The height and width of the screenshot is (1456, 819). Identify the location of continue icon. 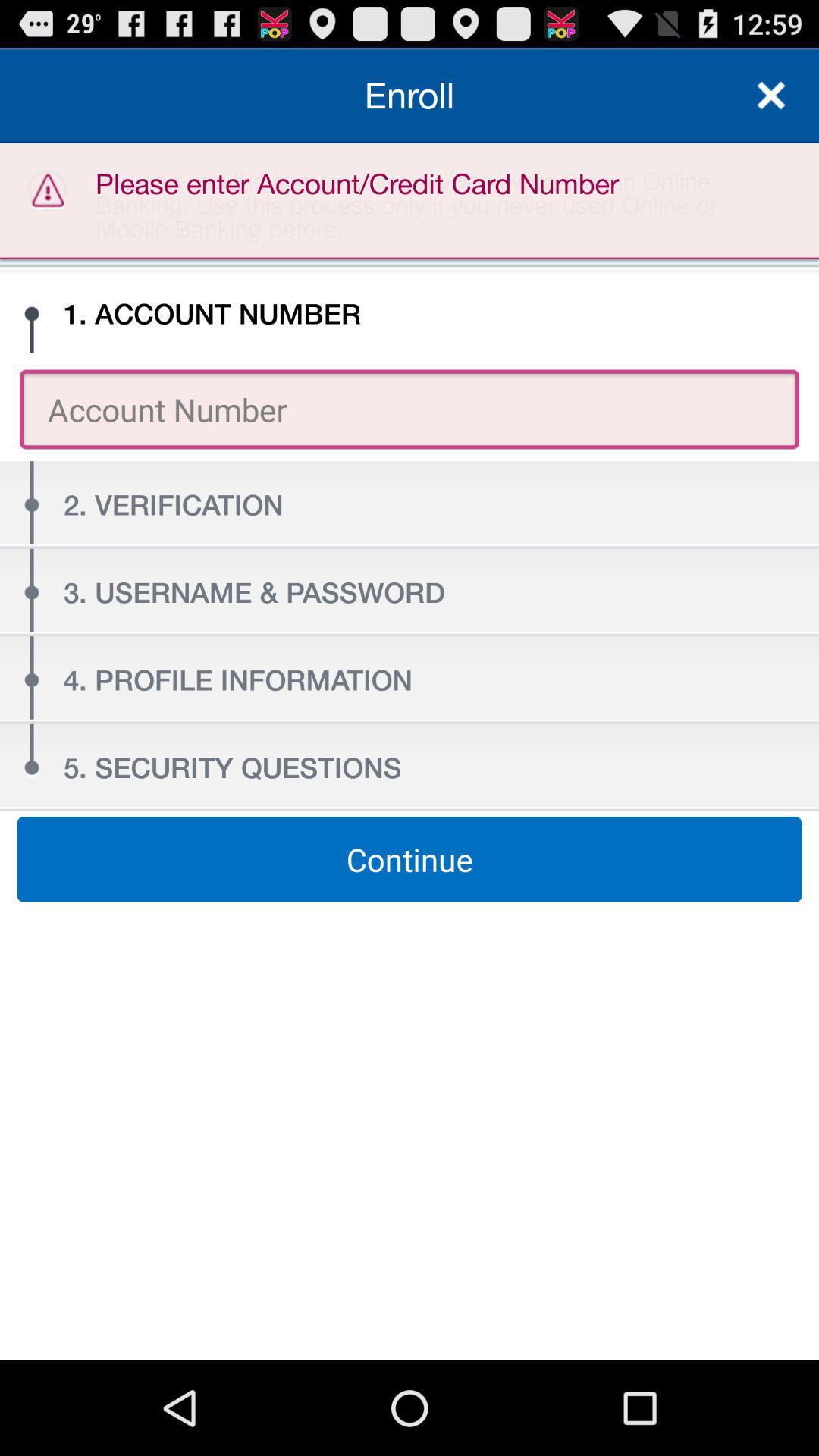
(409, 859).